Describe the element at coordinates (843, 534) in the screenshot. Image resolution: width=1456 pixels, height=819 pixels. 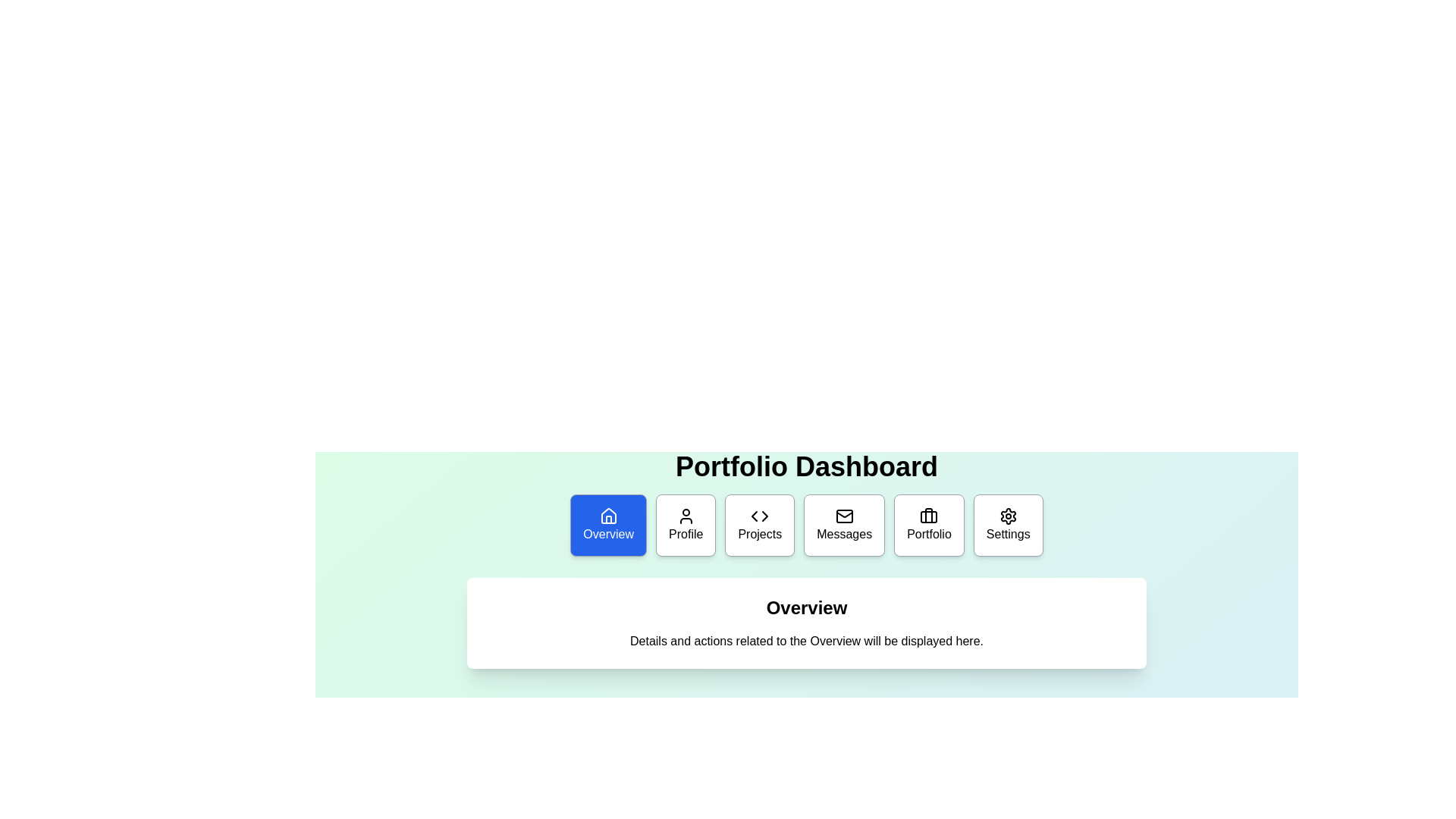
I see `text of the 'Messages' label located at the center of the Messages dashboard tile, which is beneath the envelope icon` at that location.